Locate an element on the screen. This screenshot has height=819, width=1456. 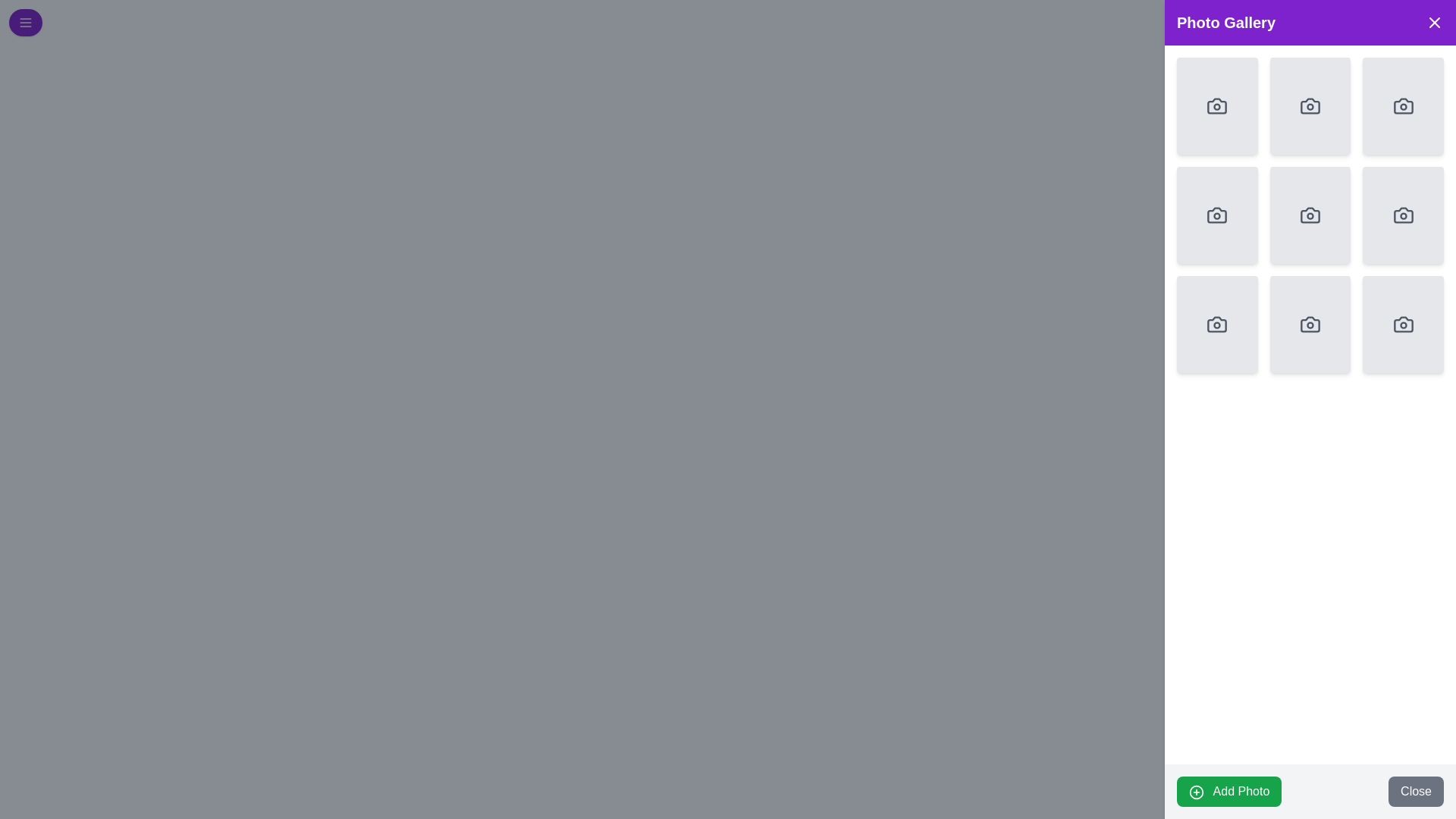
the minimalistic camera icon located in the bottom-right cell of a grid, which has a gray outline and a transparent background is located at coordinates (1402, 324).